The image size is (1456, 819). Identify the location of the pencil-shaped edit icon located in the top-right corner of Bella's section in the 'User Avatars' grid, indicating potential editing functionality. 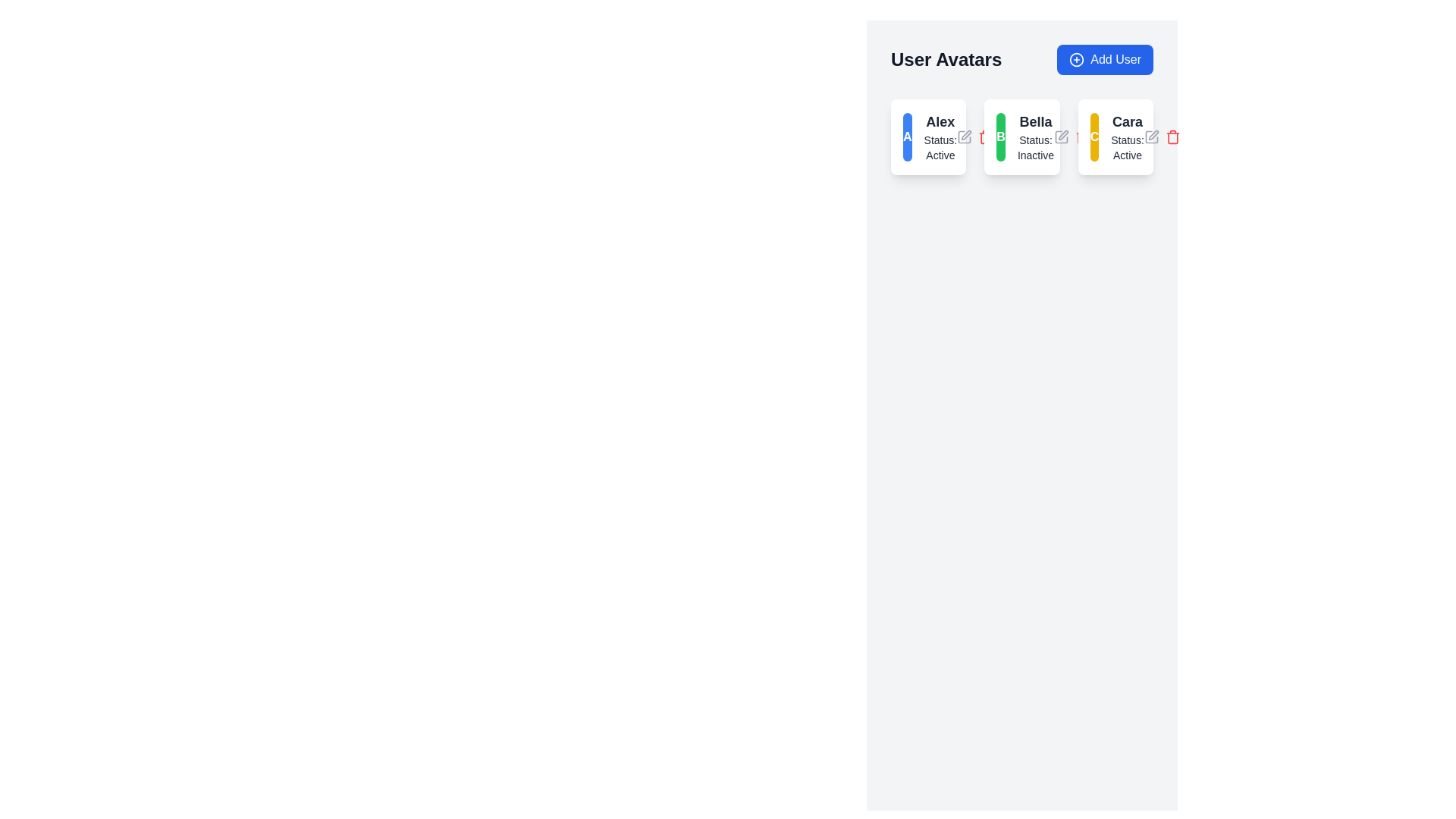
(1062, 134).